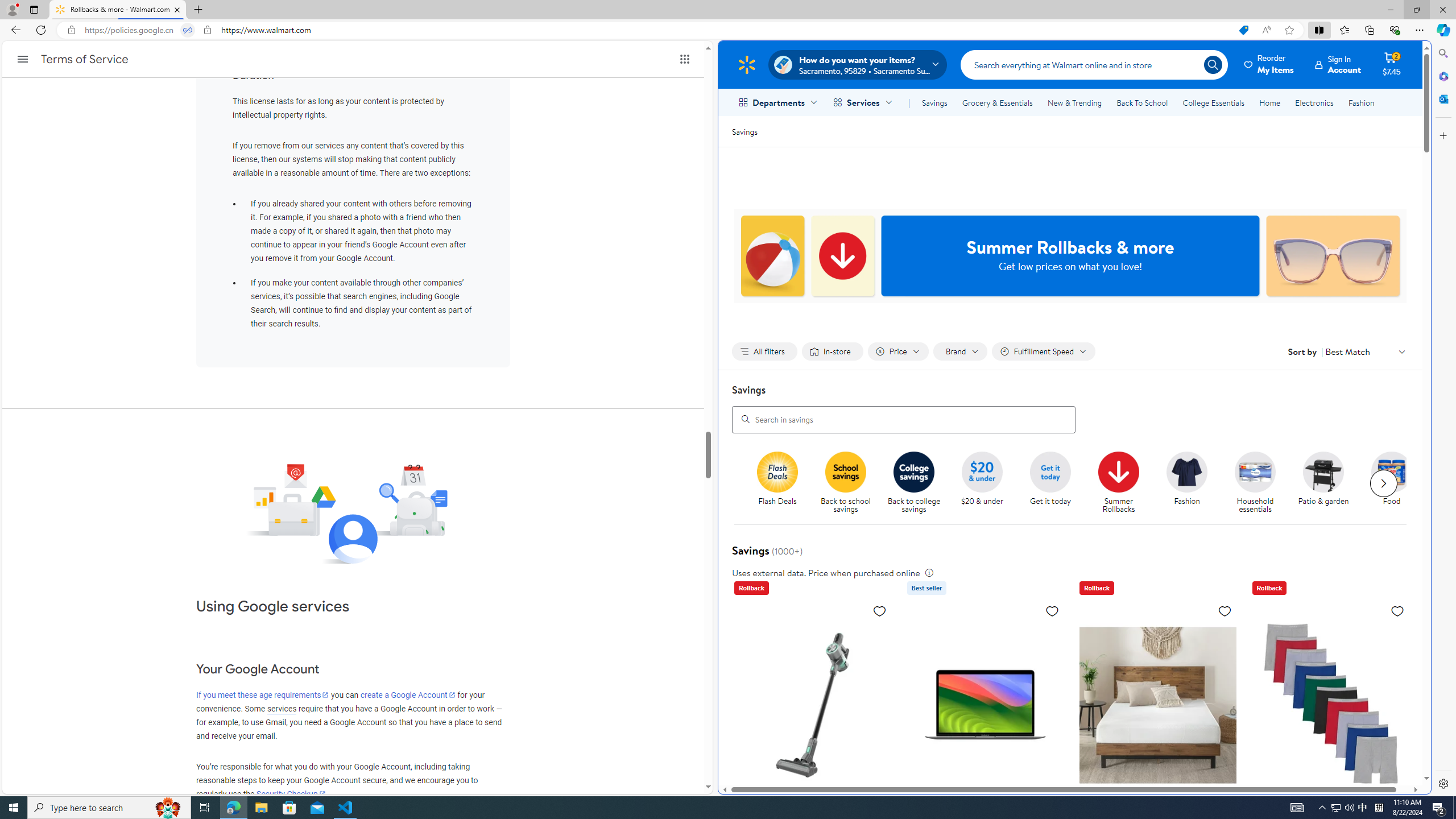  Describe the element at coordinates (1212, 64) in the screenshot. I see `'Search icon'` at that location.